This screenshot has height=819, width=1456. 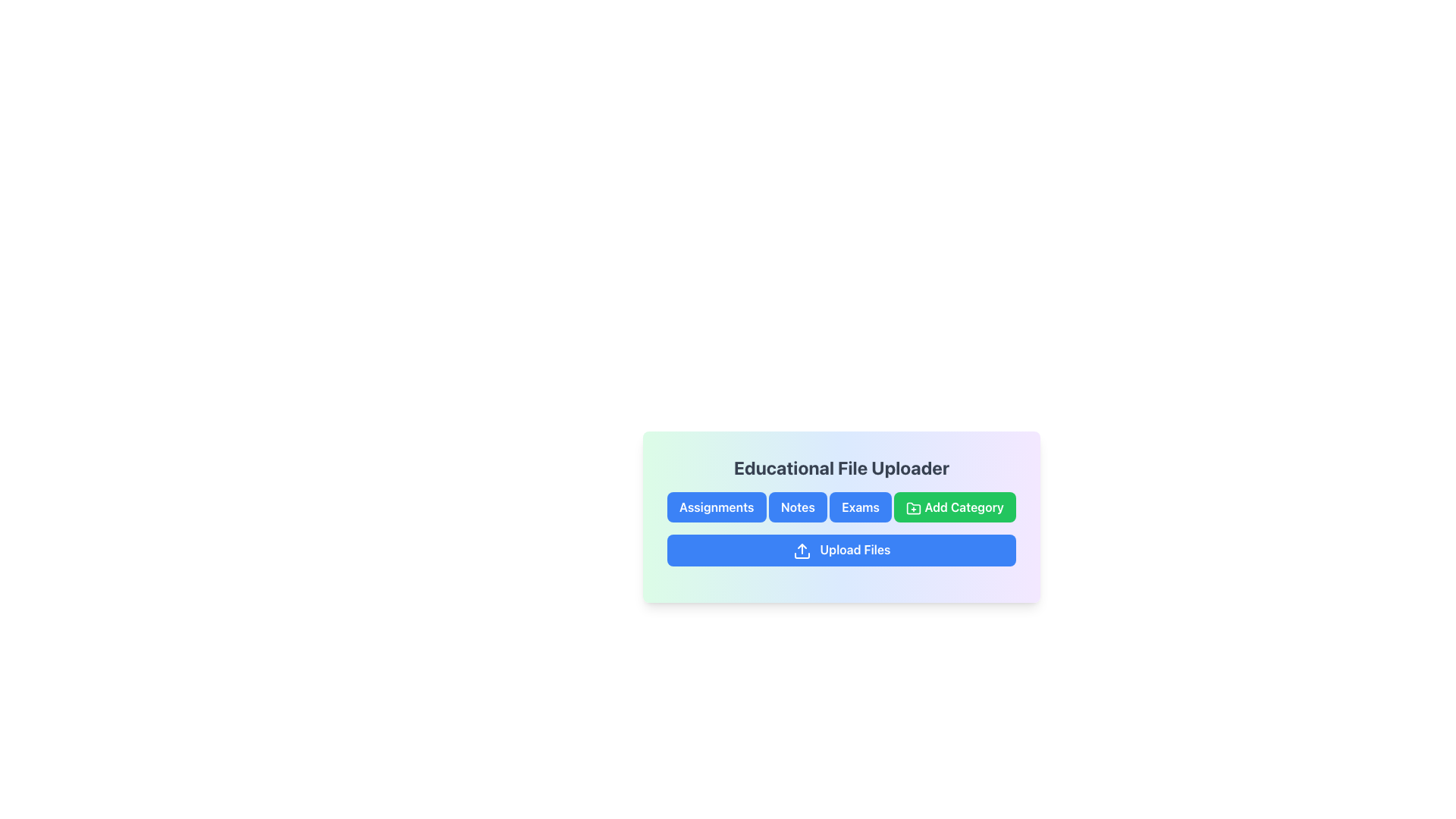 I want to click on the 'Assignments' button located at the top left of the toolbar, which is the first button among four buttons including 'Notes', 'Exams', and 'Add Category', so click(x=716, y=507).